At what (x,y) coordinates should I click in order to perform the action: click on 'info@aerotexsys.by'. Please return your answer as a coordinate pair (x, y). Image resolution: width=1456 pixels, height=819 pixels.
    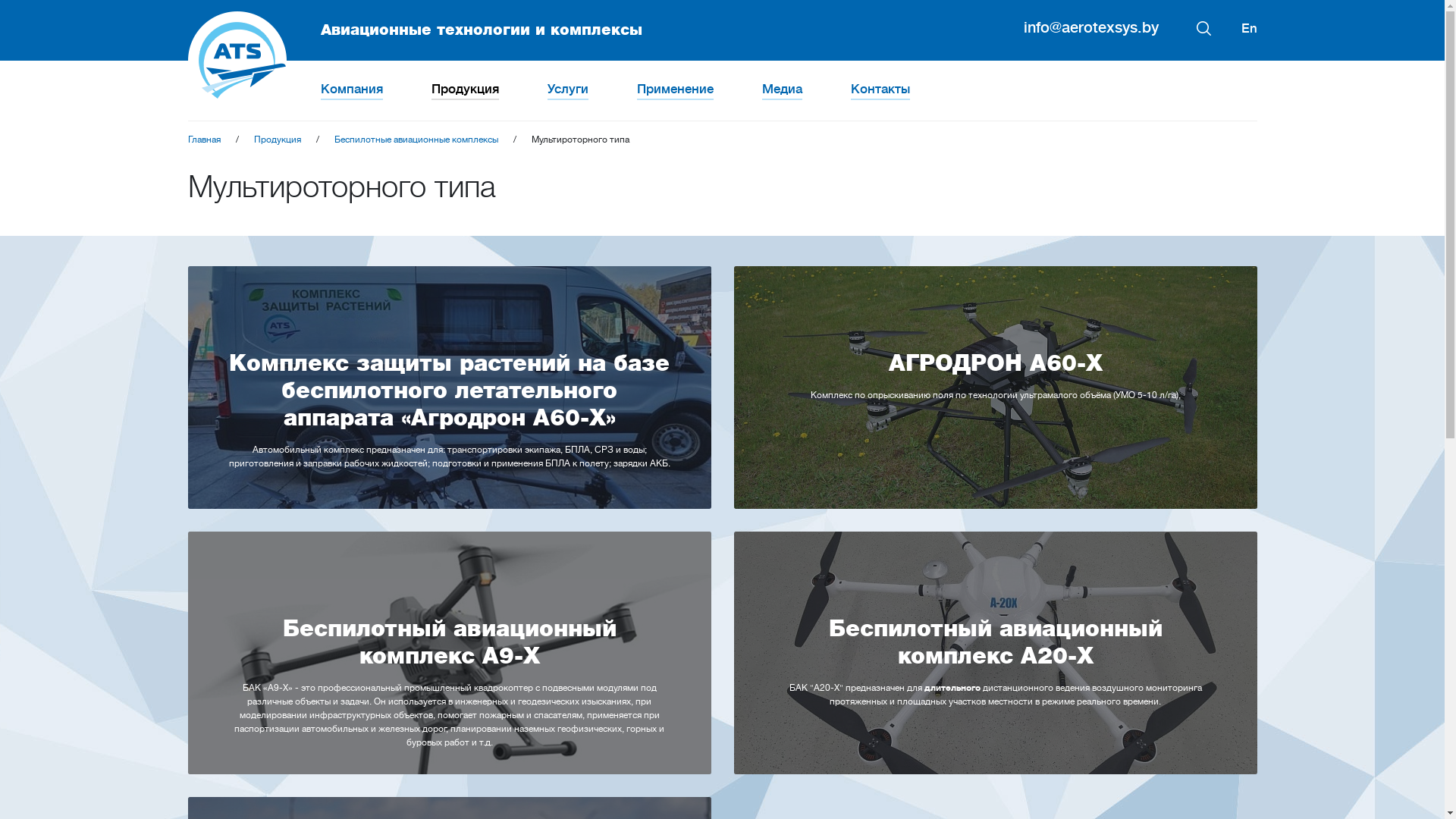
    Looking at the image, I should click on (1090, 27).